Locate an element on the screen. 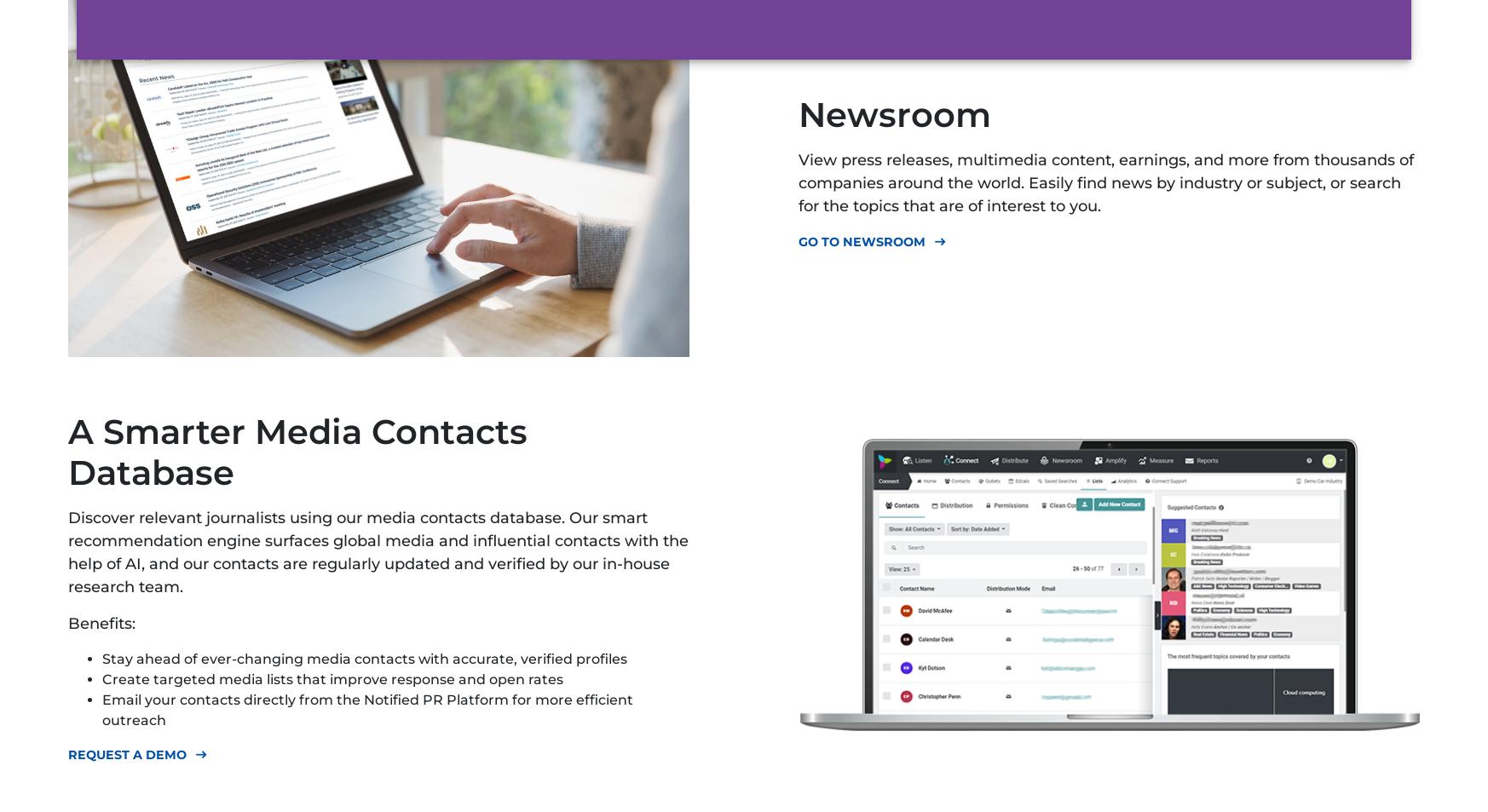  'A Smarter Media Contacts Database' is located at coordinates (297, 451).